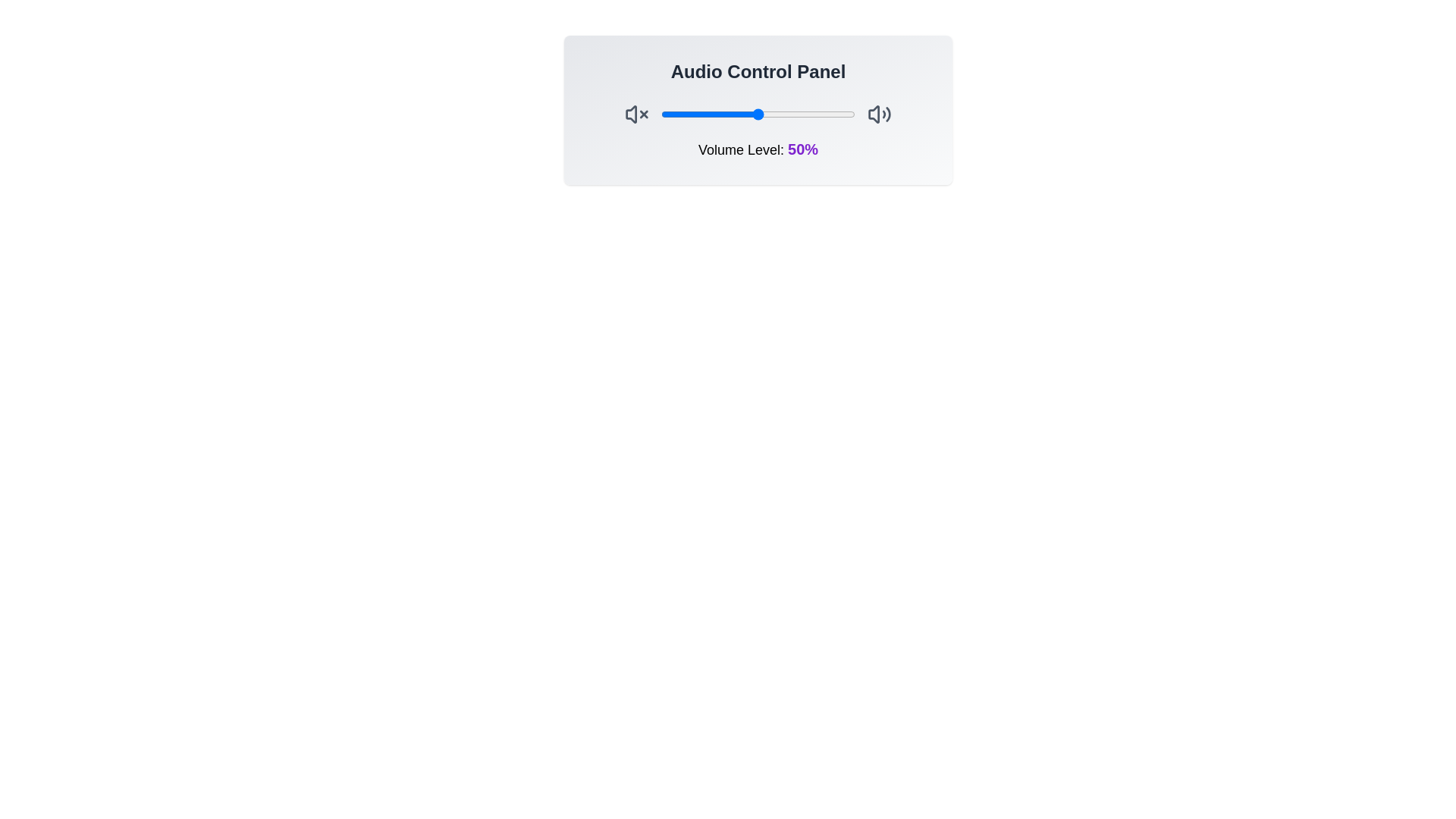 The height and width of the screenshot is (819, 1456). Describe the element at coordinates (758, 109) in the screenshot. I see `the title of the 'Audio Control Panel', which is a prominent element at the top of the panel with a bold heading` at that location.